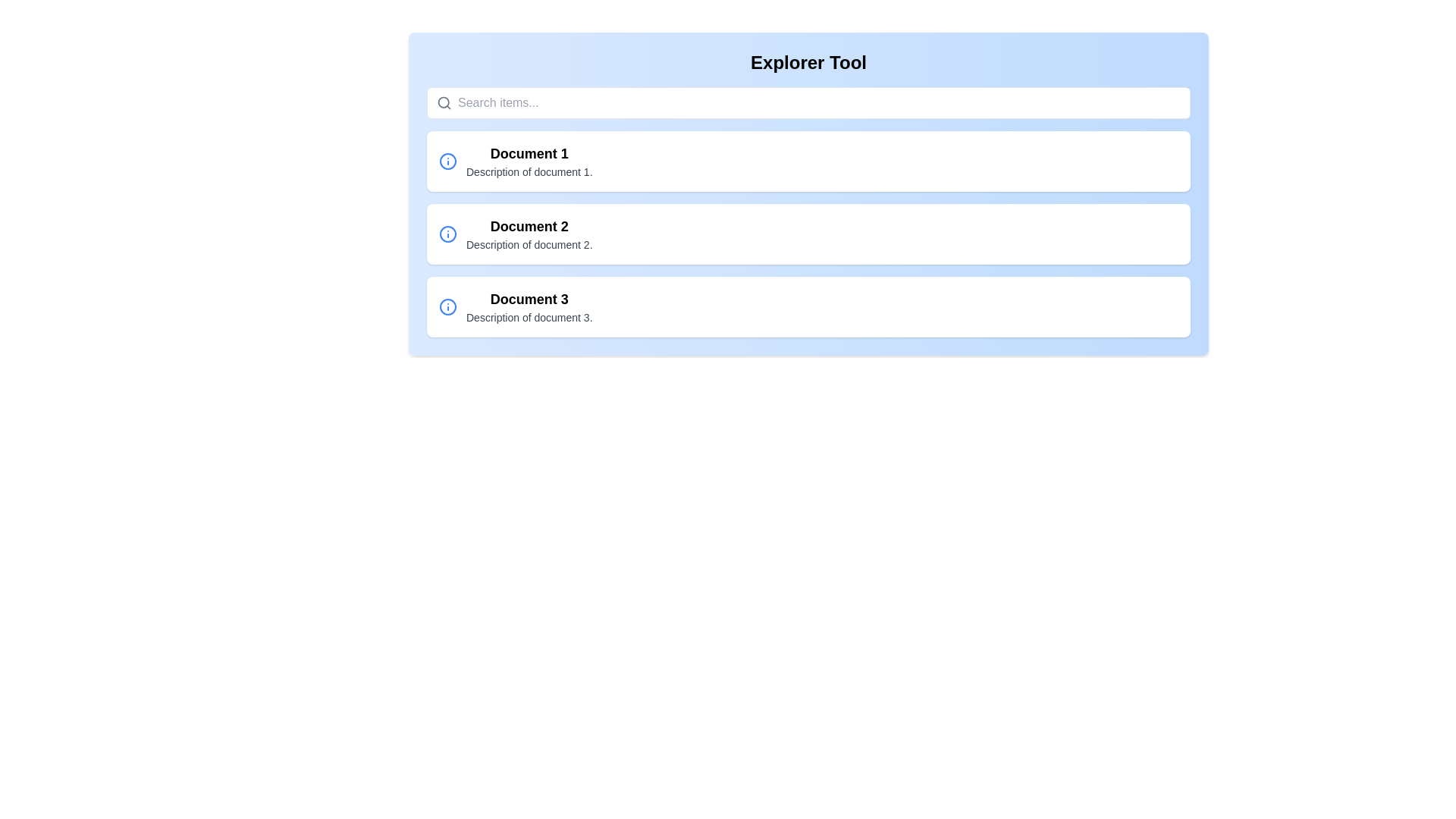 This screenshot has height=819, width=1456. Describe the element at coordinates (529, 307) in the screenshot. I see `the list item labeled 'Document 3'` at that location.